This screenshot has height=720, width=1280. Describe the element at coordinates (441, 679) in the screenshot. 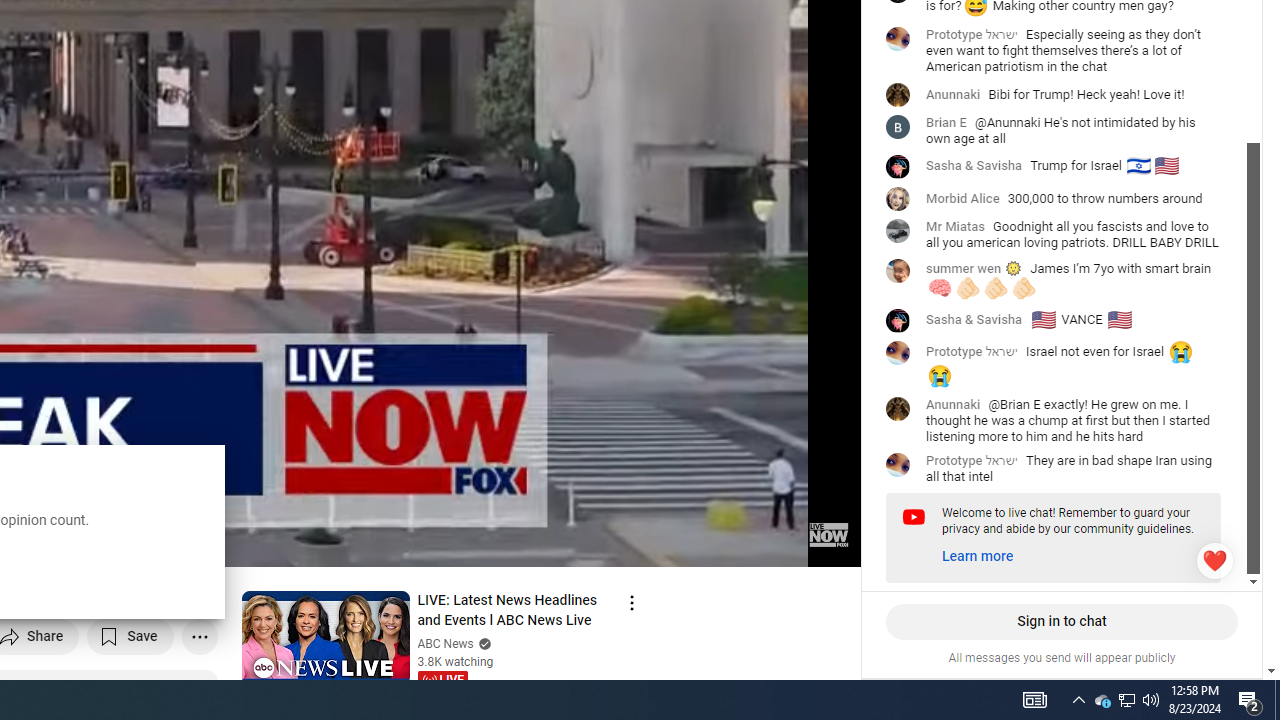

I see `'LIVE'` at that location.